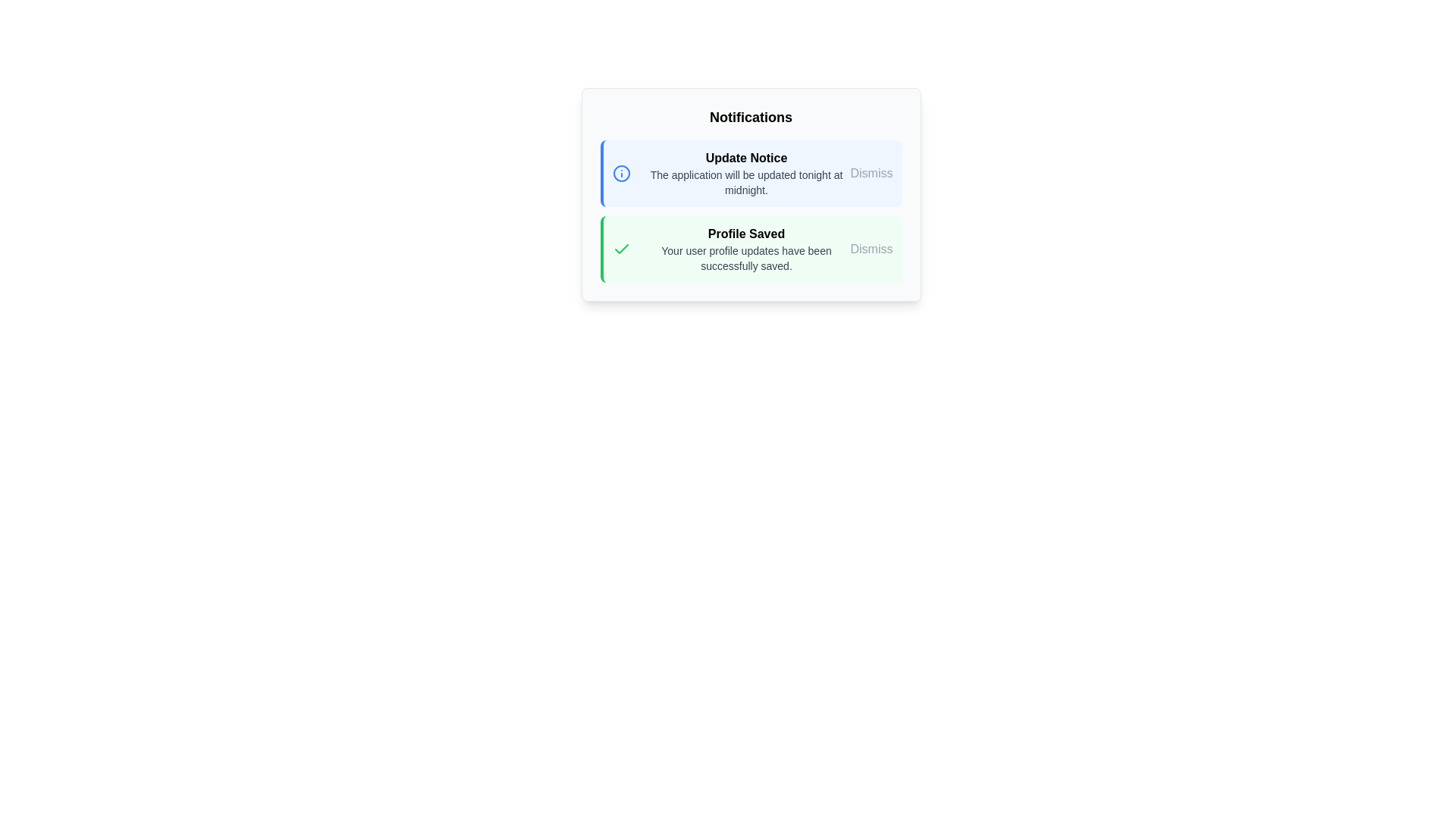 The image size is (1456, 819). What do you see at coordinates (621, 172) in the screenshot?
I see `the informational indicator icon located to the left of the 'Update Notice' text in the top notification item` at bounding box center [621, 172].